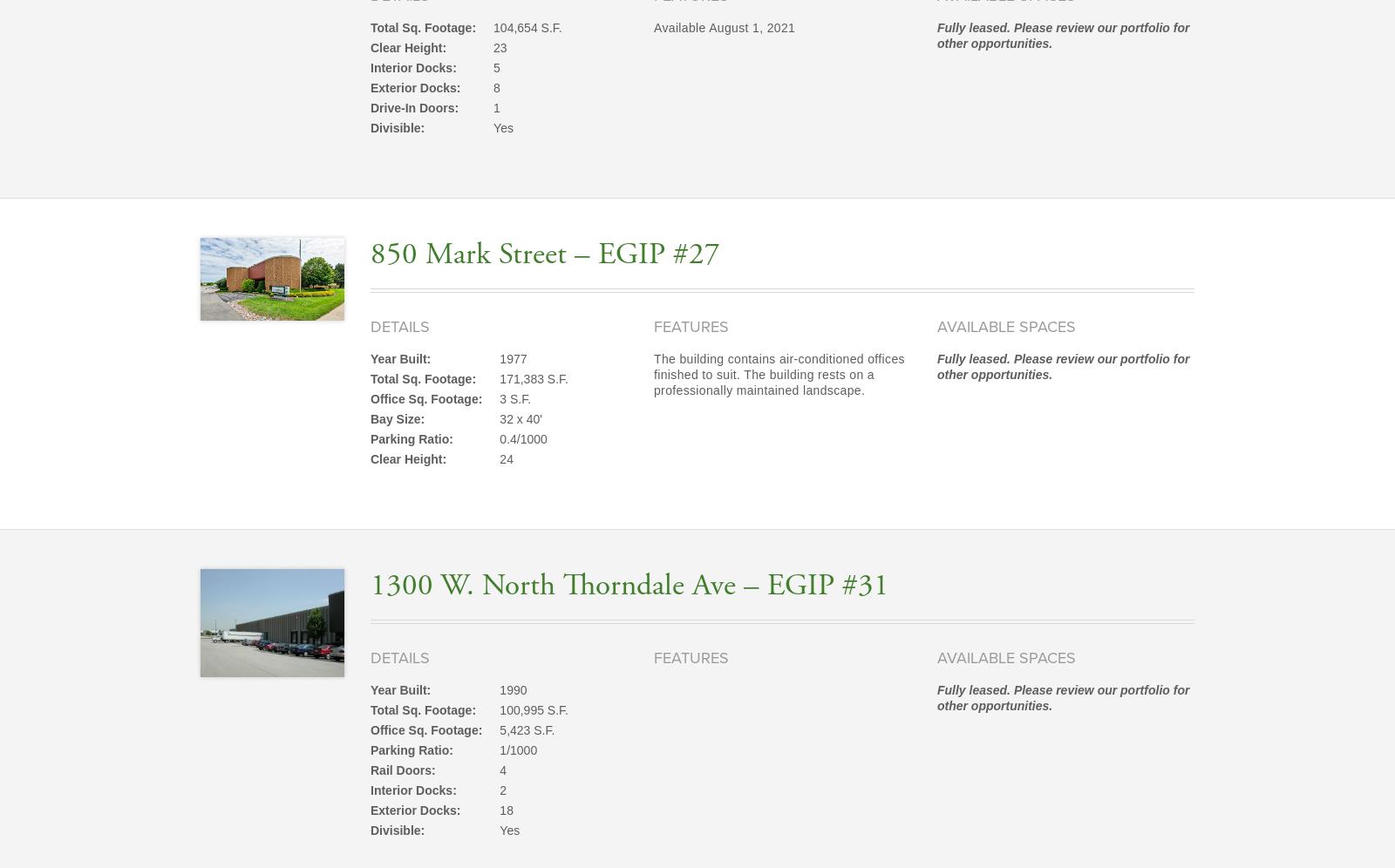  Describe the element at coordinates (723, 27) in the screenshot. I see `'Available August 1, 2021'` at that location.